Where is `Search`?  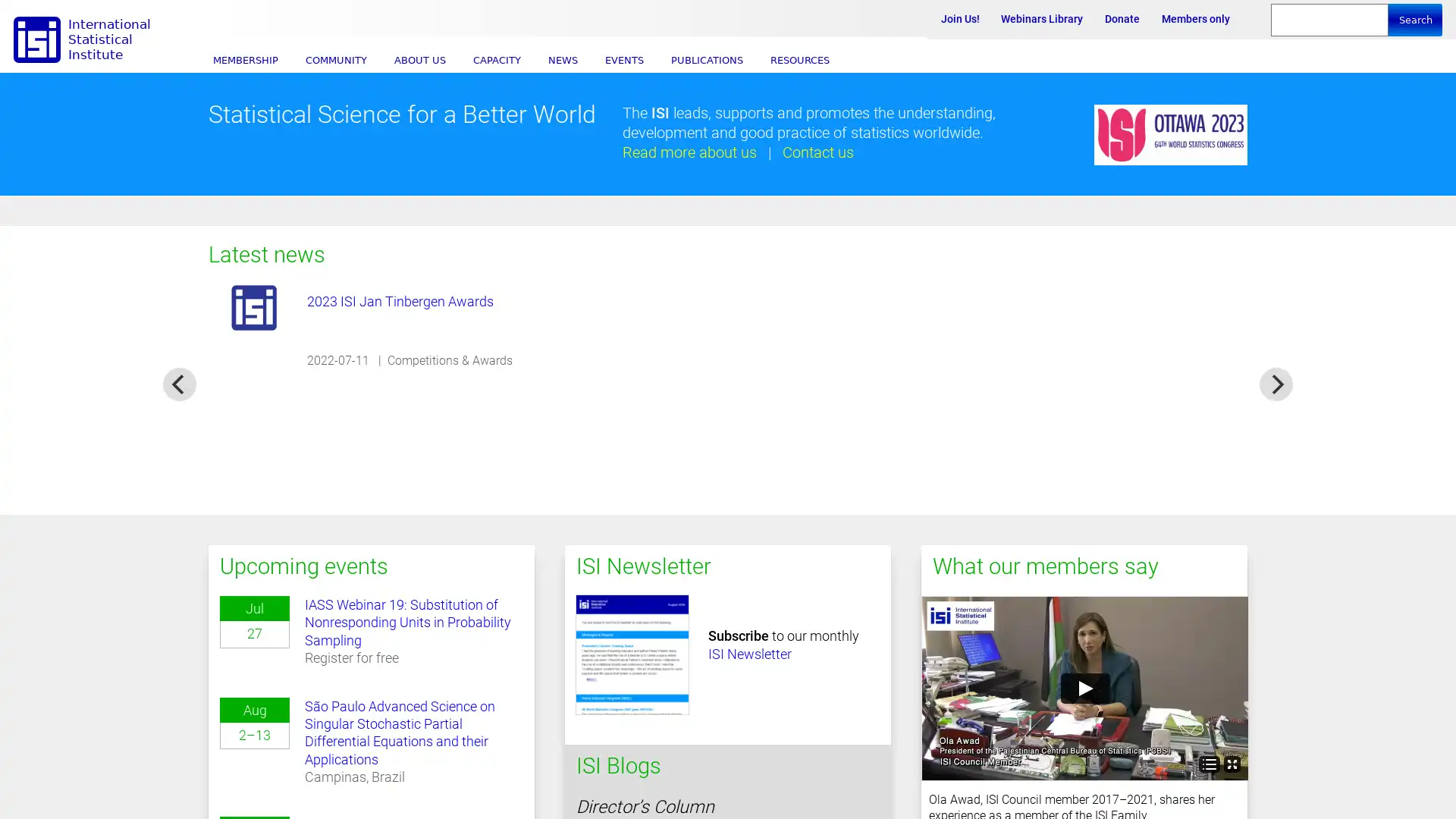
Search is located at coordinates (1414, 20).